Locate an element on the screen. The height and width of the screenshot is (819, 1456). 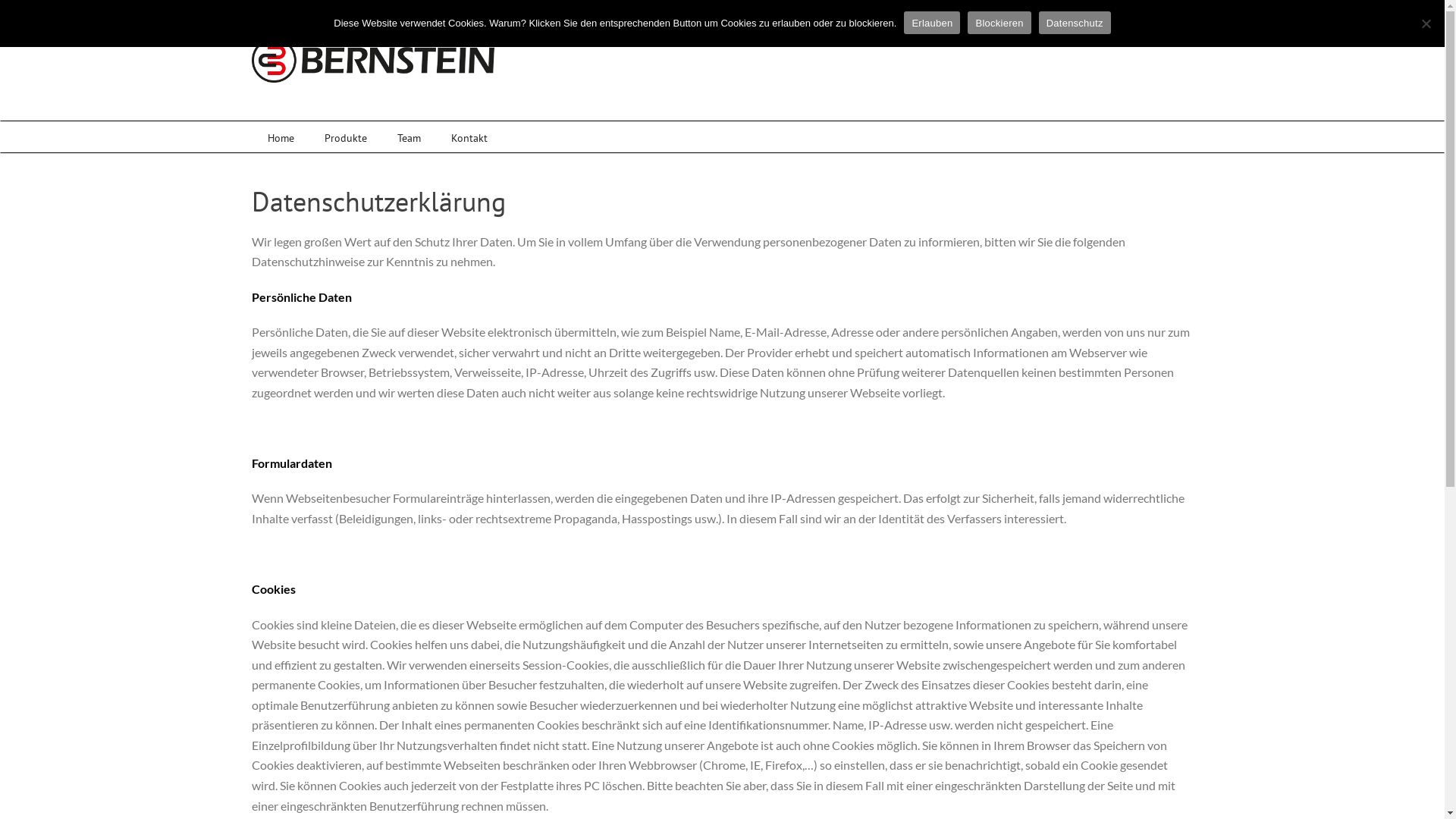
'Home' is located at coordinates (281, 137).